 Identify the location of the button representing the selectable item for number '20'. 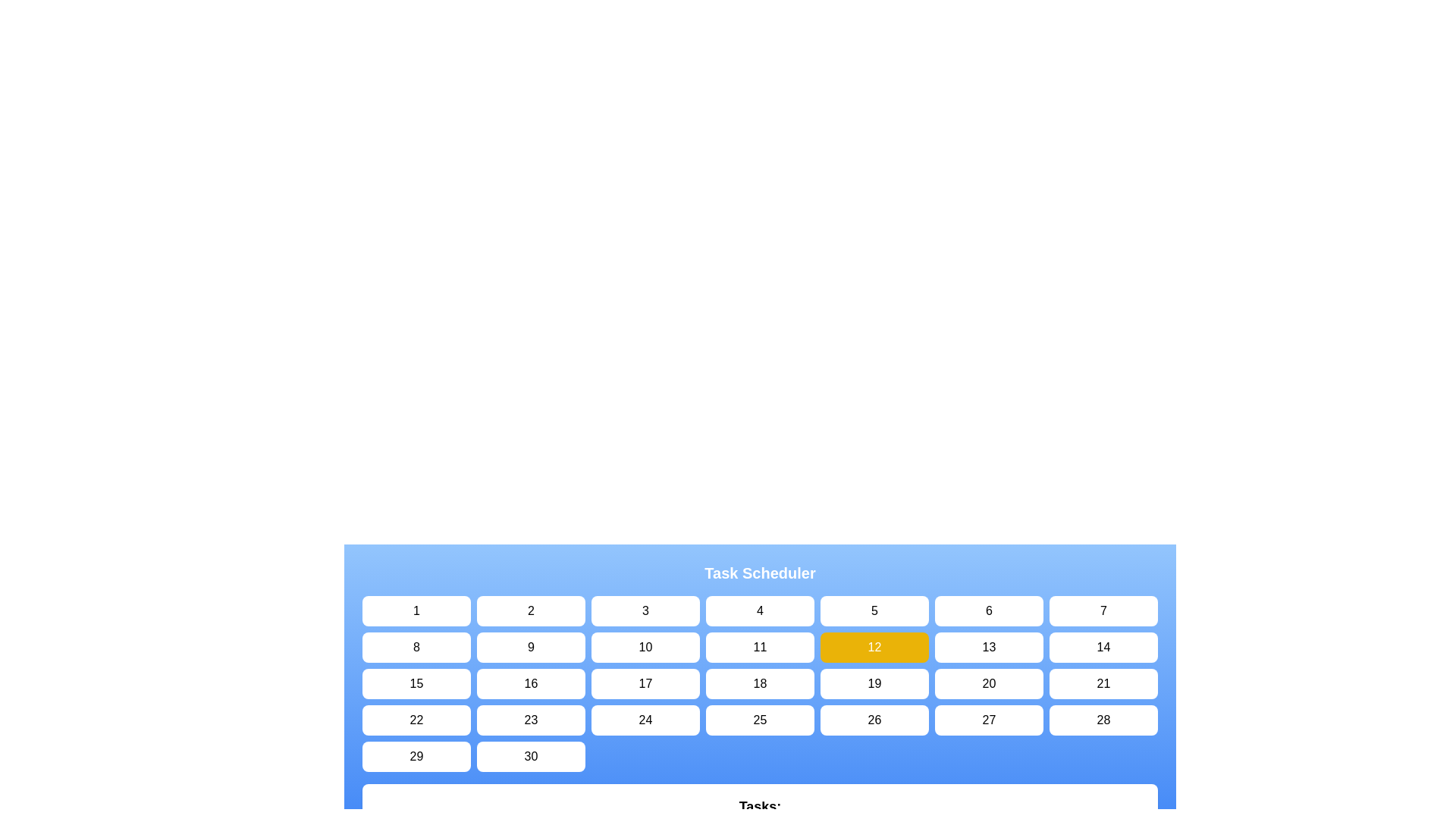
(989, 684).